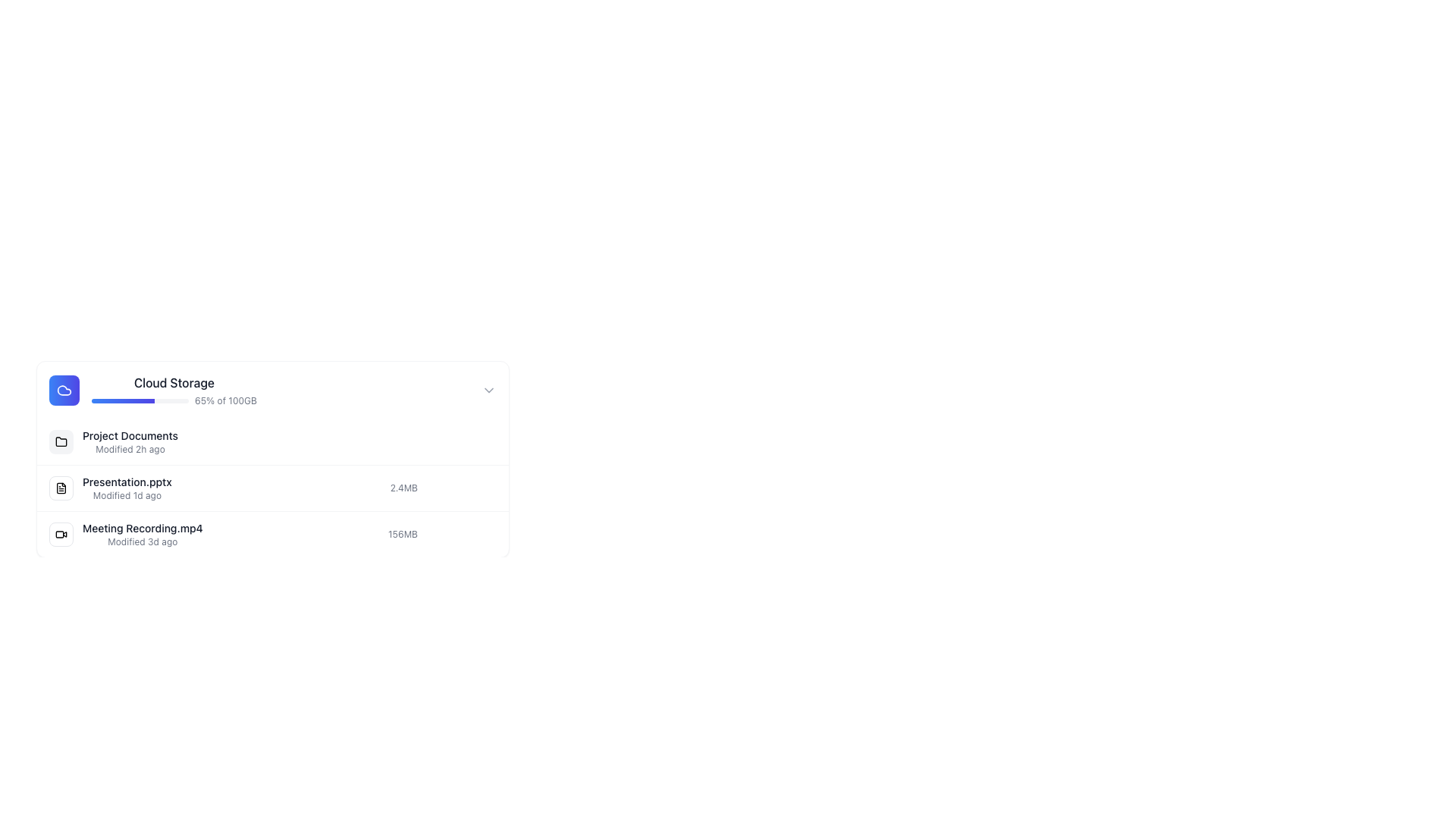  I want to click on the context menu trigger button located at the far right of the third row associated with the 'Meeting Recording.mp4' file, so click(488, 534).